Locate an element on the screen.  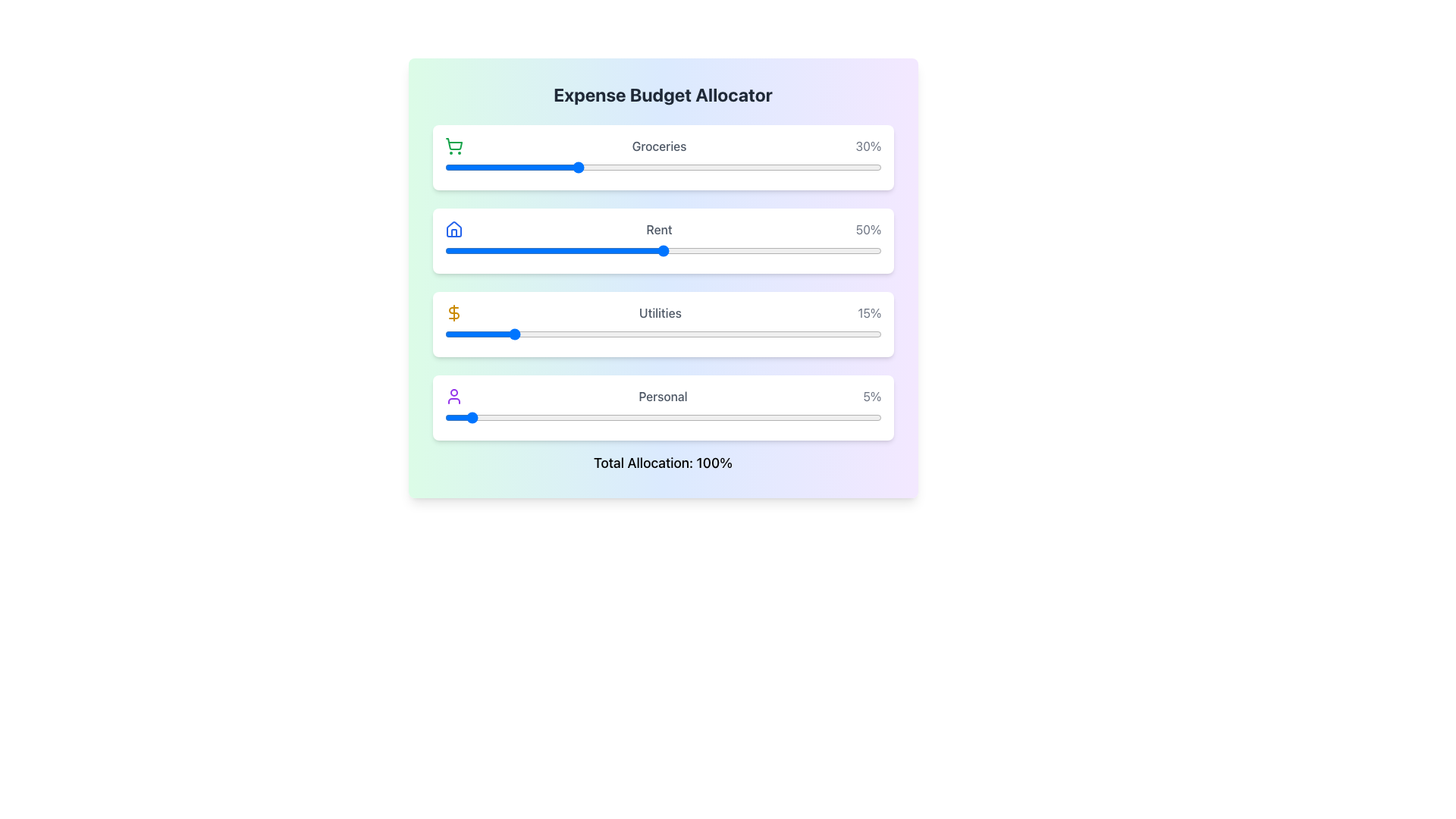
the Utilities slider is located at coordinates (851, 333).